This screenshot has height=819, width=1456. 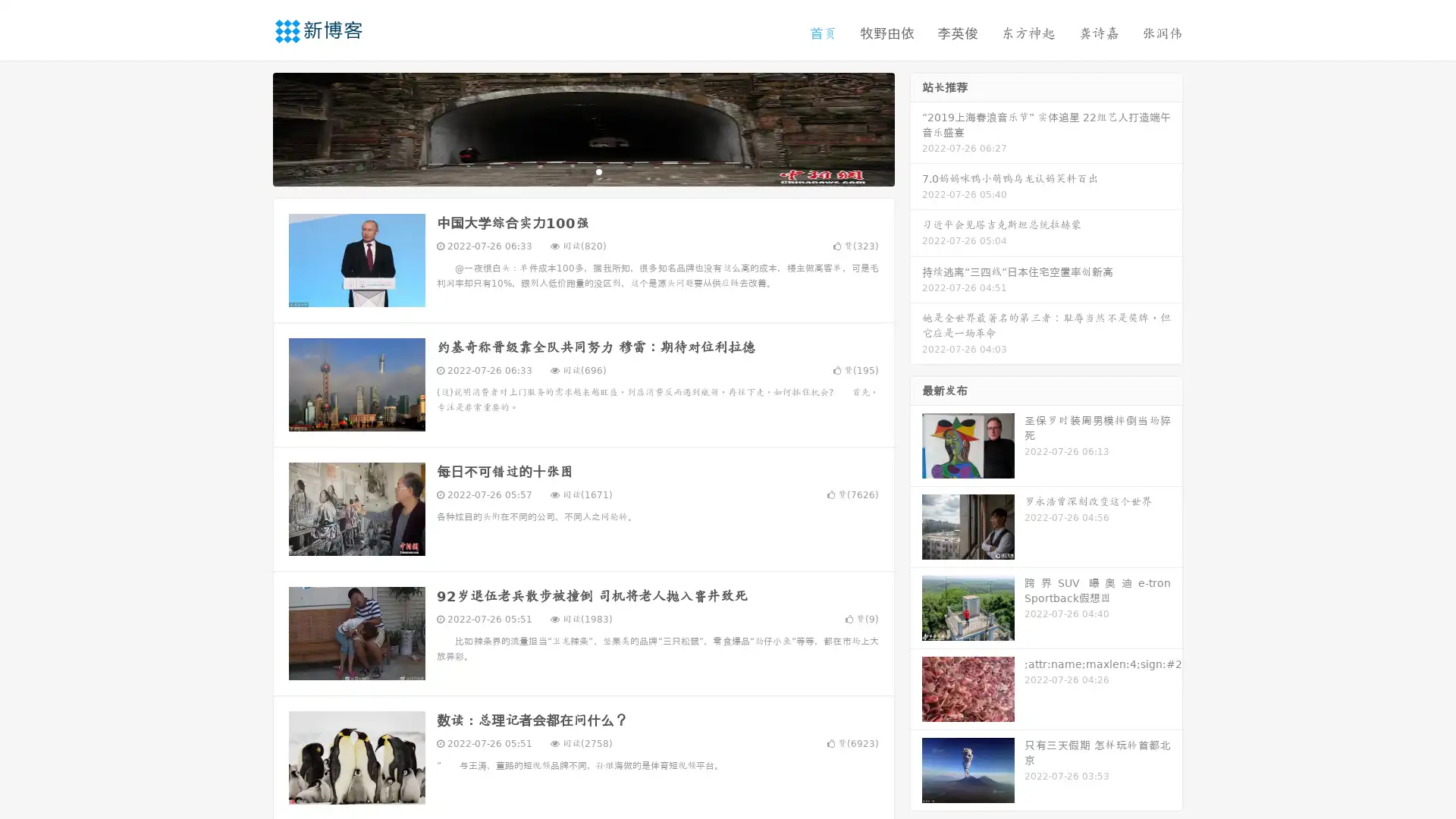 I want to click on Previous slide, so click(x=250, y=127).